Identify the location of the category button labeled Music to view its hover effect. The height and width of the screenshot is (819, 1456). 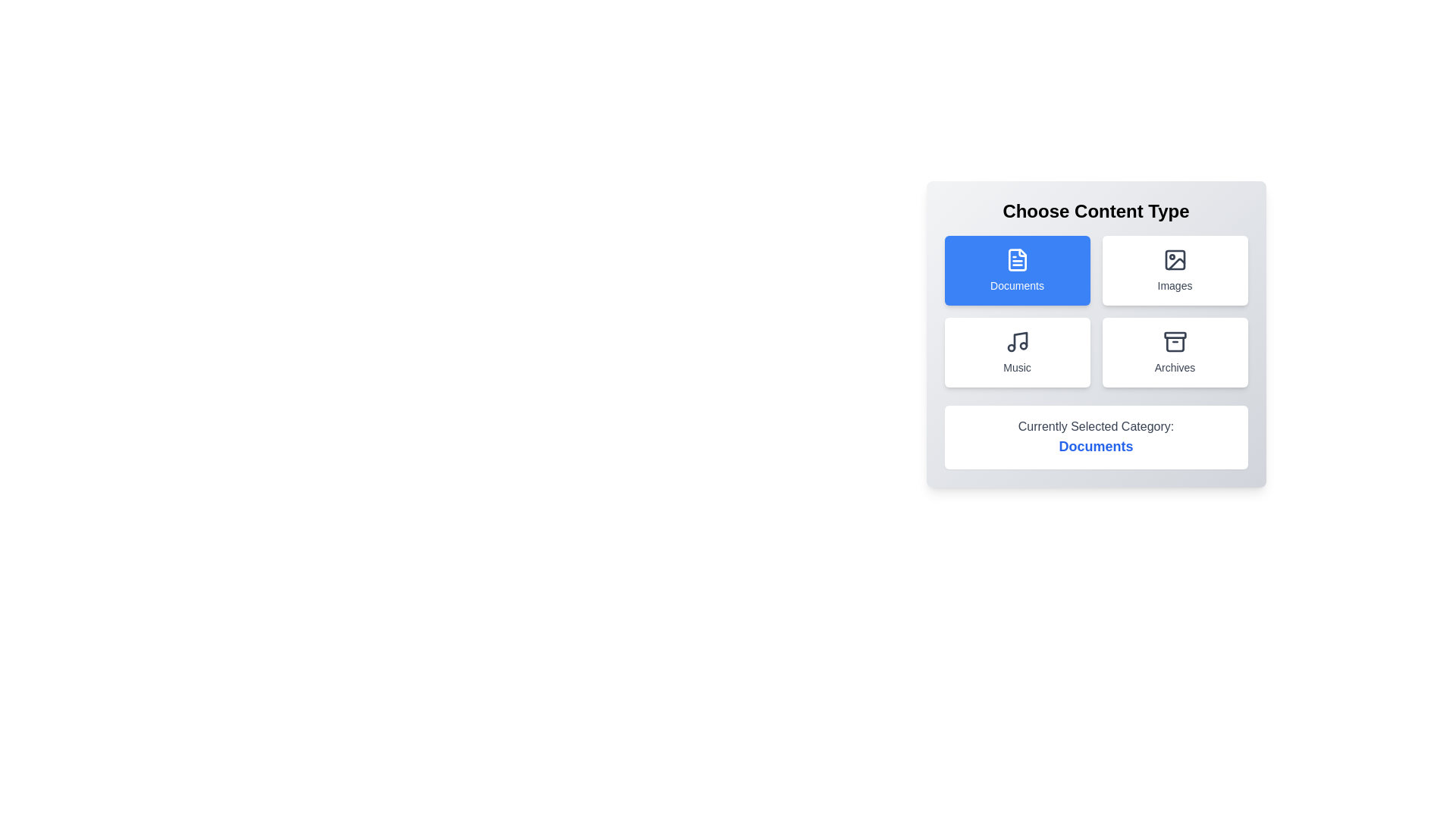
(1017, 353).